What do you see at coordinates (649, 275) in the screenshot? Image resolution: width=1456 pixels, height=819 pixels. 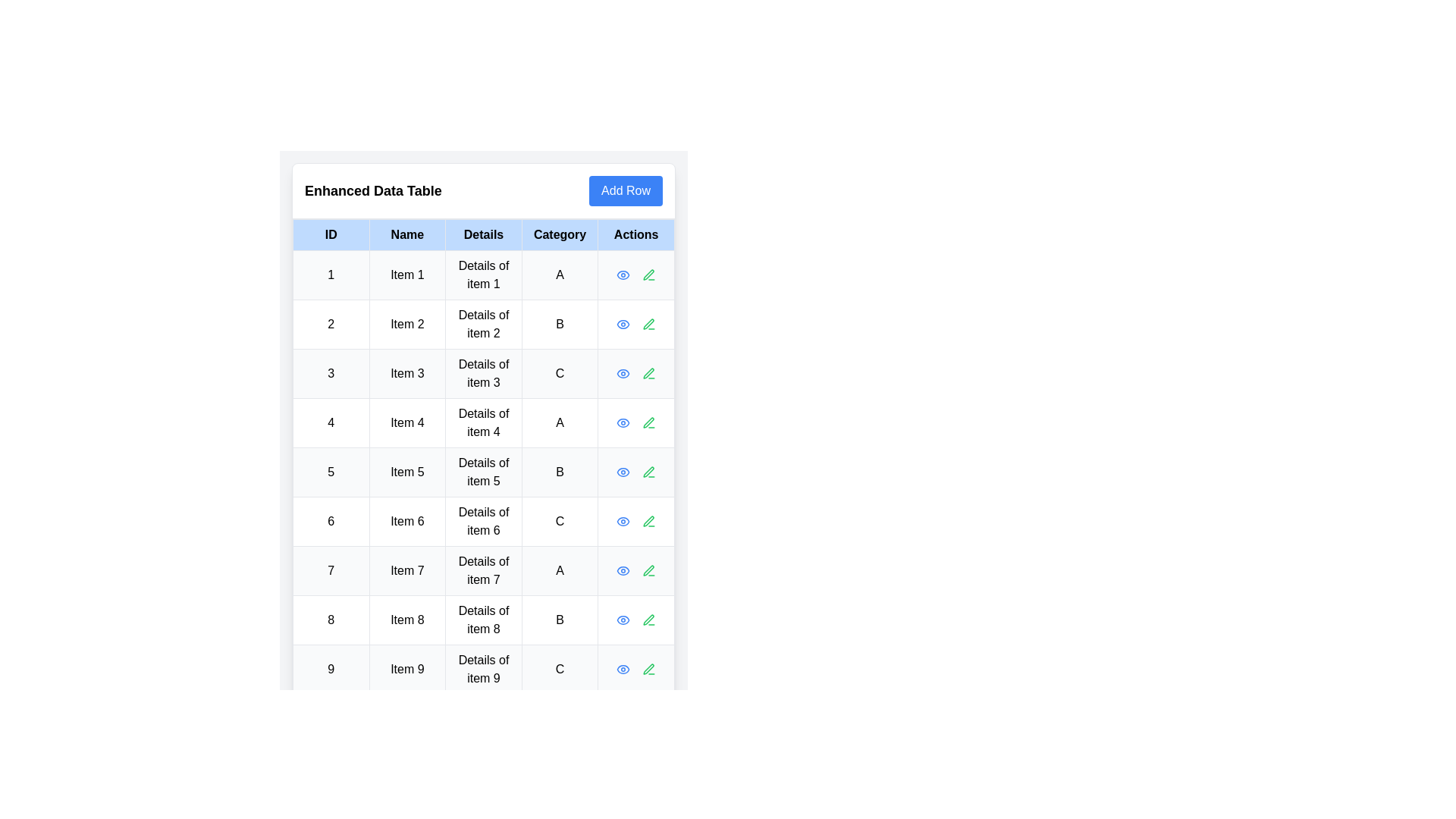 I see `the green pen-shaped SVG icon located in the Actions column of the first row in the Enhanced Data Table` at bounding box center [649, 275].